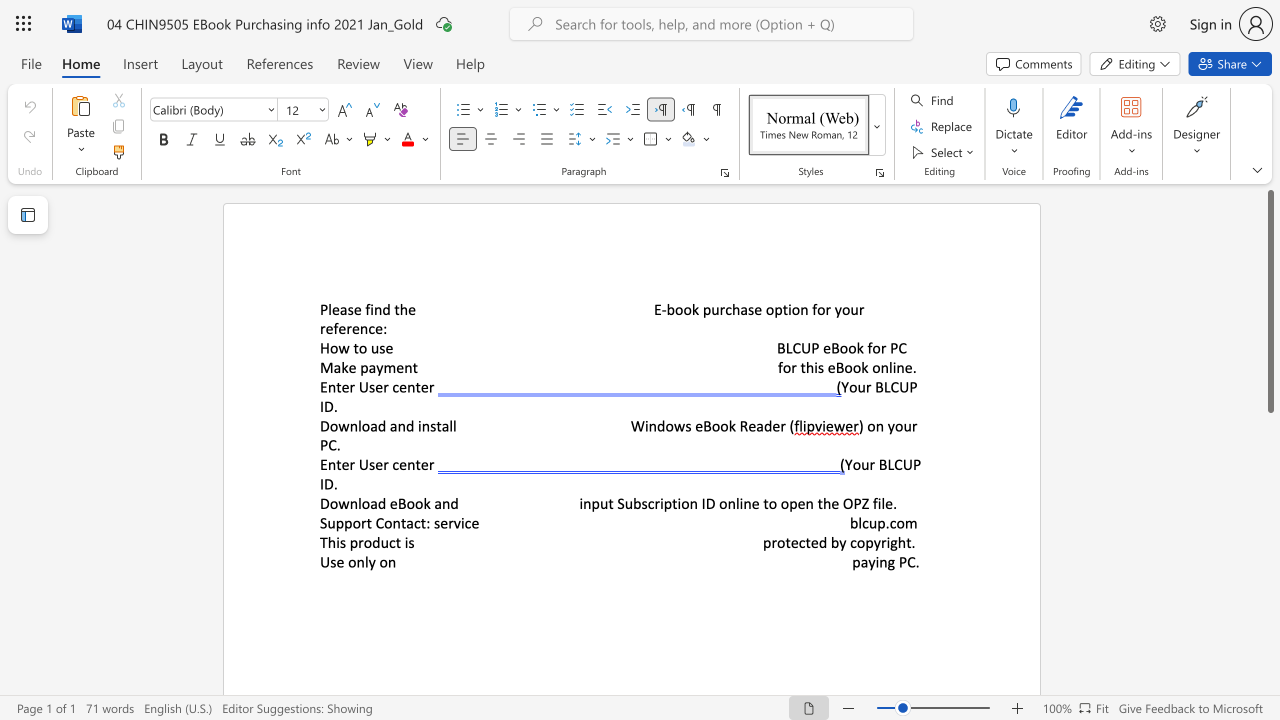 Image resolution: width=1280 pixels, height=720 pixels. I want to click on the subset text "cha" within the text "E-book purchase", so click(724, 309).